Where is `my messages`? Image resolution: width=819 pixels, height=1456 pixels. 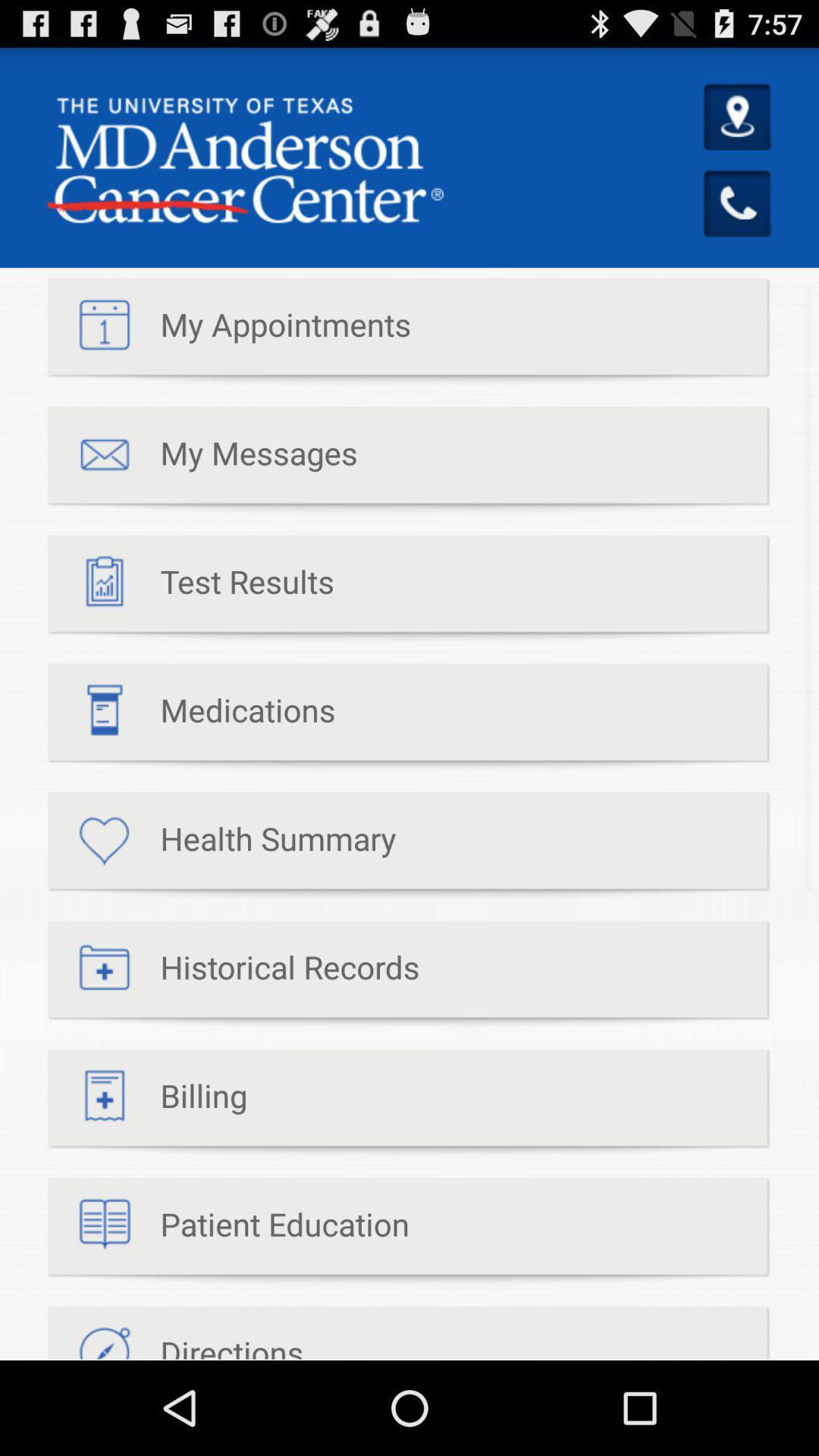 my messages is located at coordinates (202, 460).